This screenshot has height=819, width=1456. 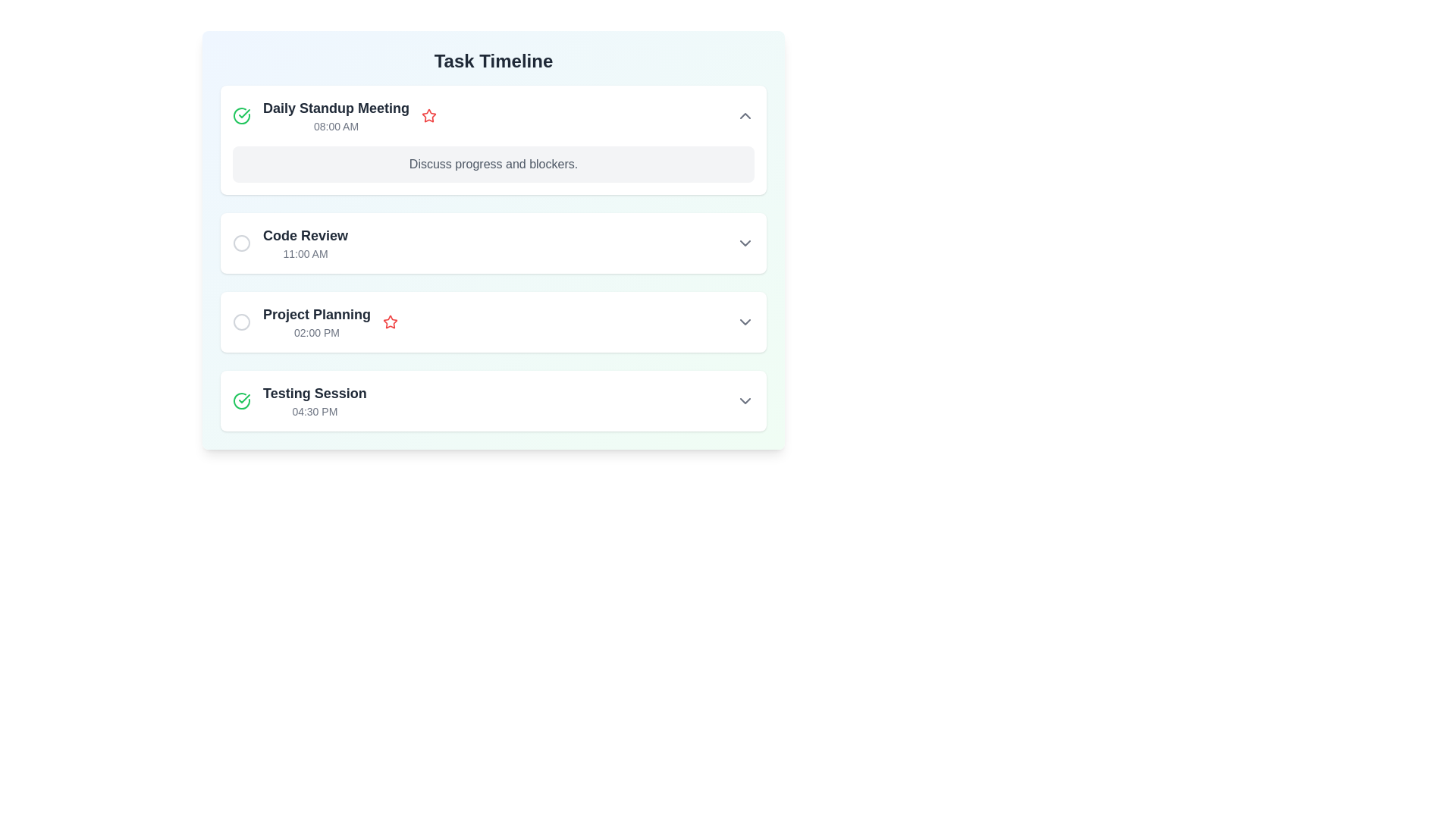 What do you see at coordinates (745, 115) in the screenshot?
I see `the collapse button located on the right side of the 'Daily Standup Meeting' entry to hide additional details` at bounding box center [745, 115].